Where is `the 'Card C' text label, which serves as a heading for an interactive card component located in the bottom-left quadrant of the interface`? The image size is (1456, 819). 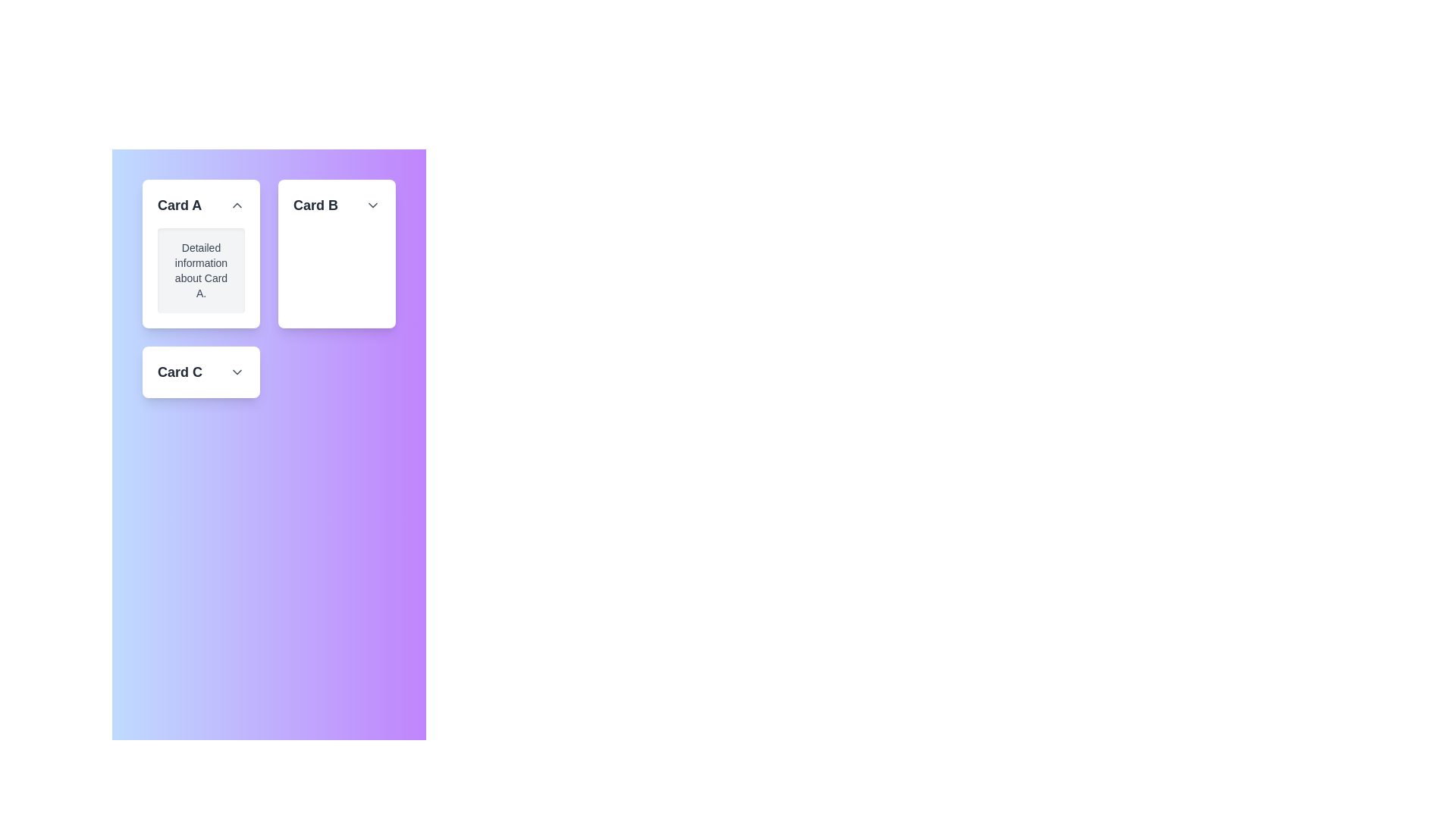 the 'Card C' text label, which serves as a heading for an interactive card component located in the bottom-left quadrant of the interface is located at coordinates (180, 372).